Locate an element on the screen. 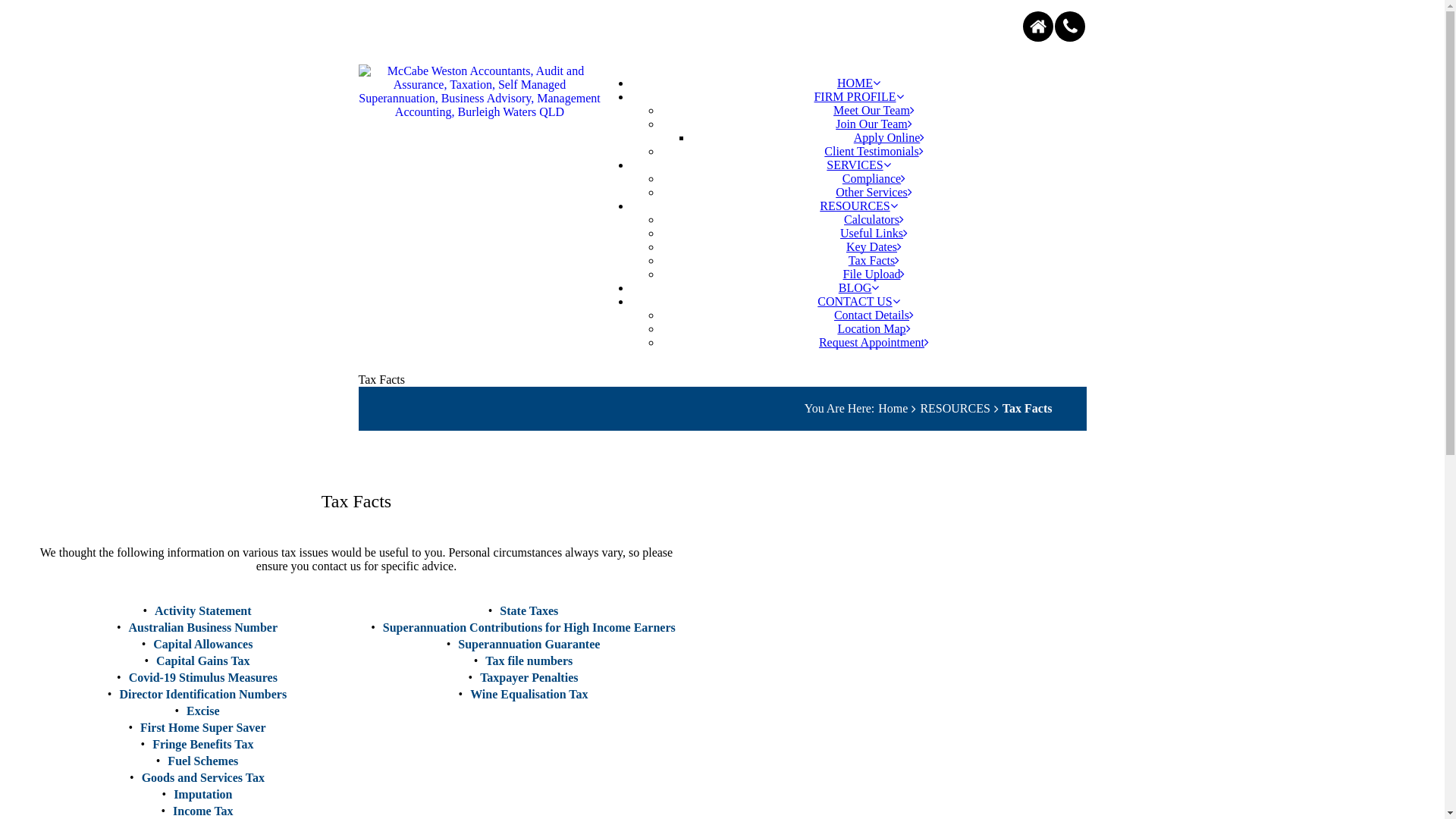 The height and width of the screenshot is (819, 1456). 'Contact Details' is located at coordinates (833, 314).